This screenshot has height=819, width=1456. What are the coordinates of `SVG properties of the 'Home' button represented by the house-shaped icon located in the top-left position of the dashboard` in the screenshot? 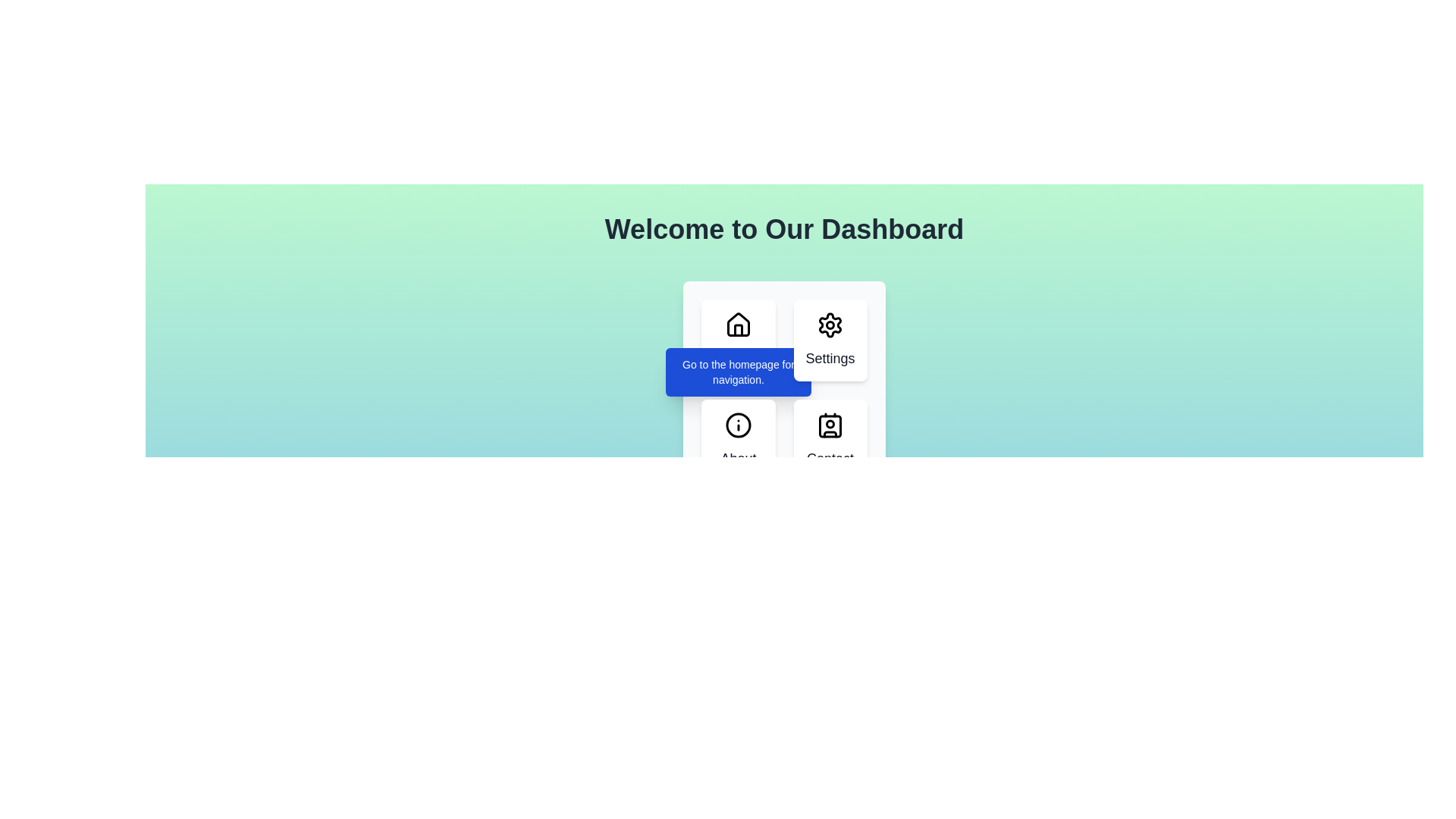 It's located at (739, 329).